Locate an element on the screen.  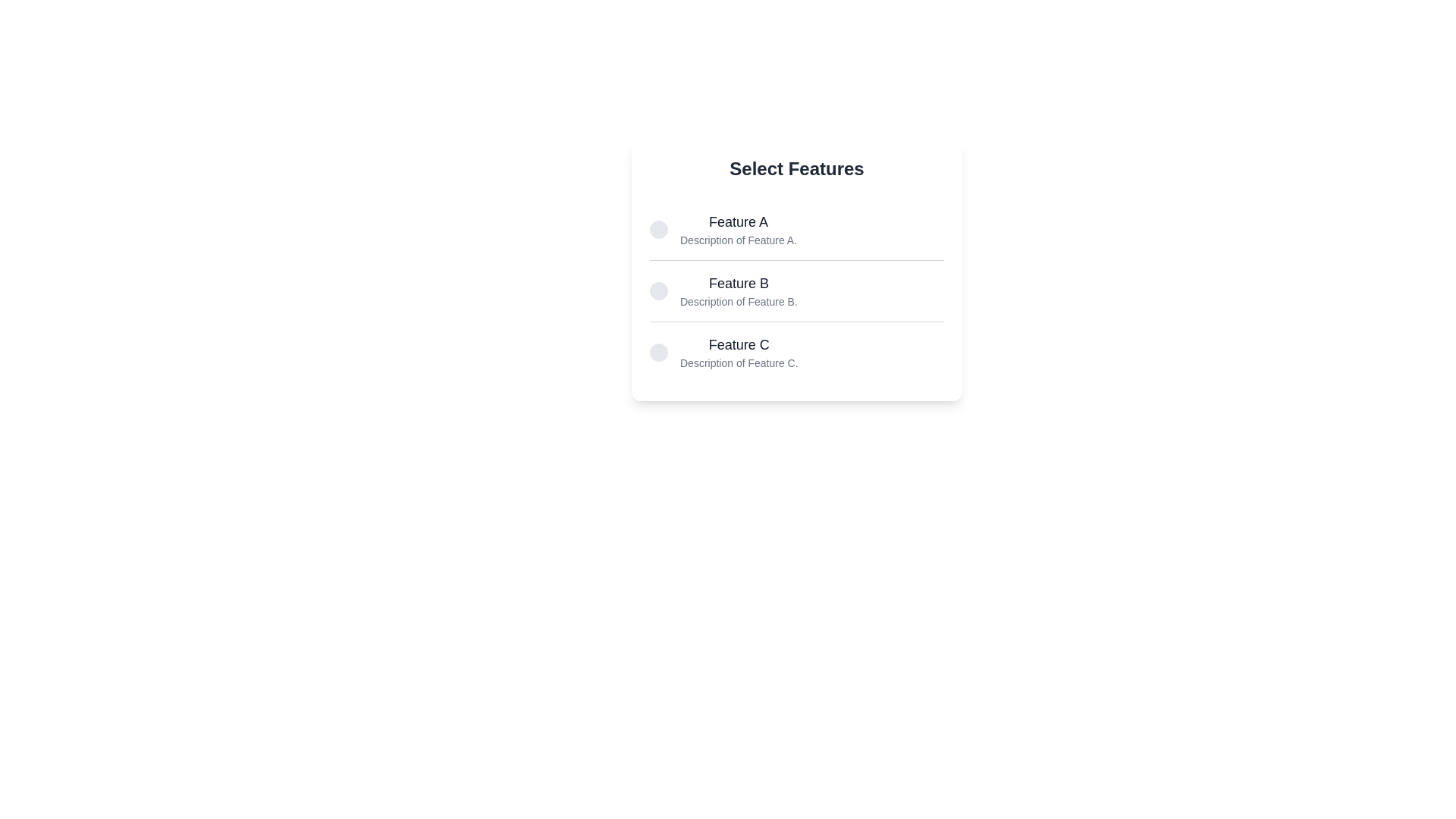
the first feature Text label with a descriptive subtext in the vertical list of features is located at coordinates (739, 230).